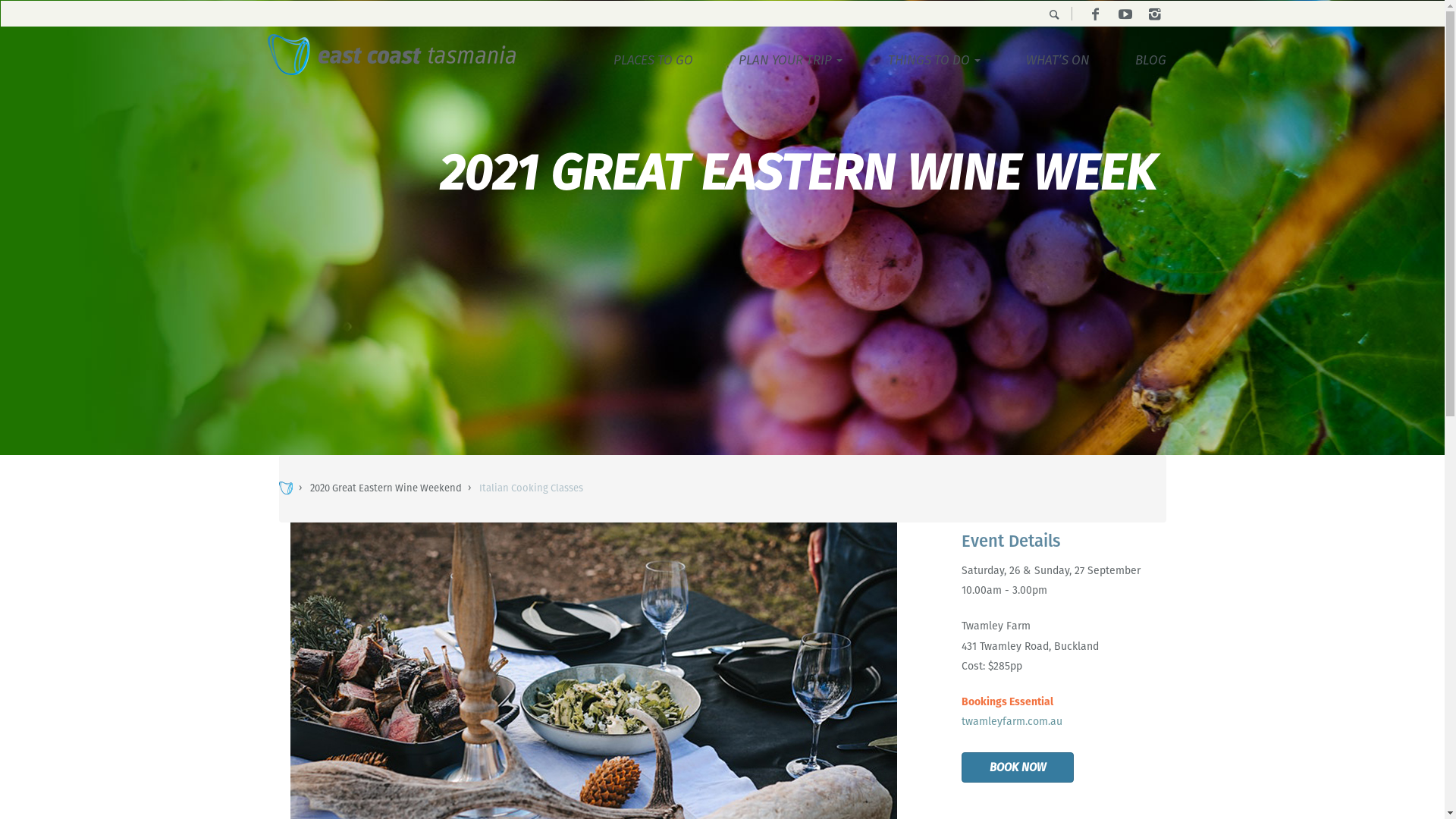 The height and width of the screenshot is (819, 1456). What do you see at coordinates (1095, 14) in the screenshot?
I see `'FACEBOOK'` at bounding box center [1095, 14].